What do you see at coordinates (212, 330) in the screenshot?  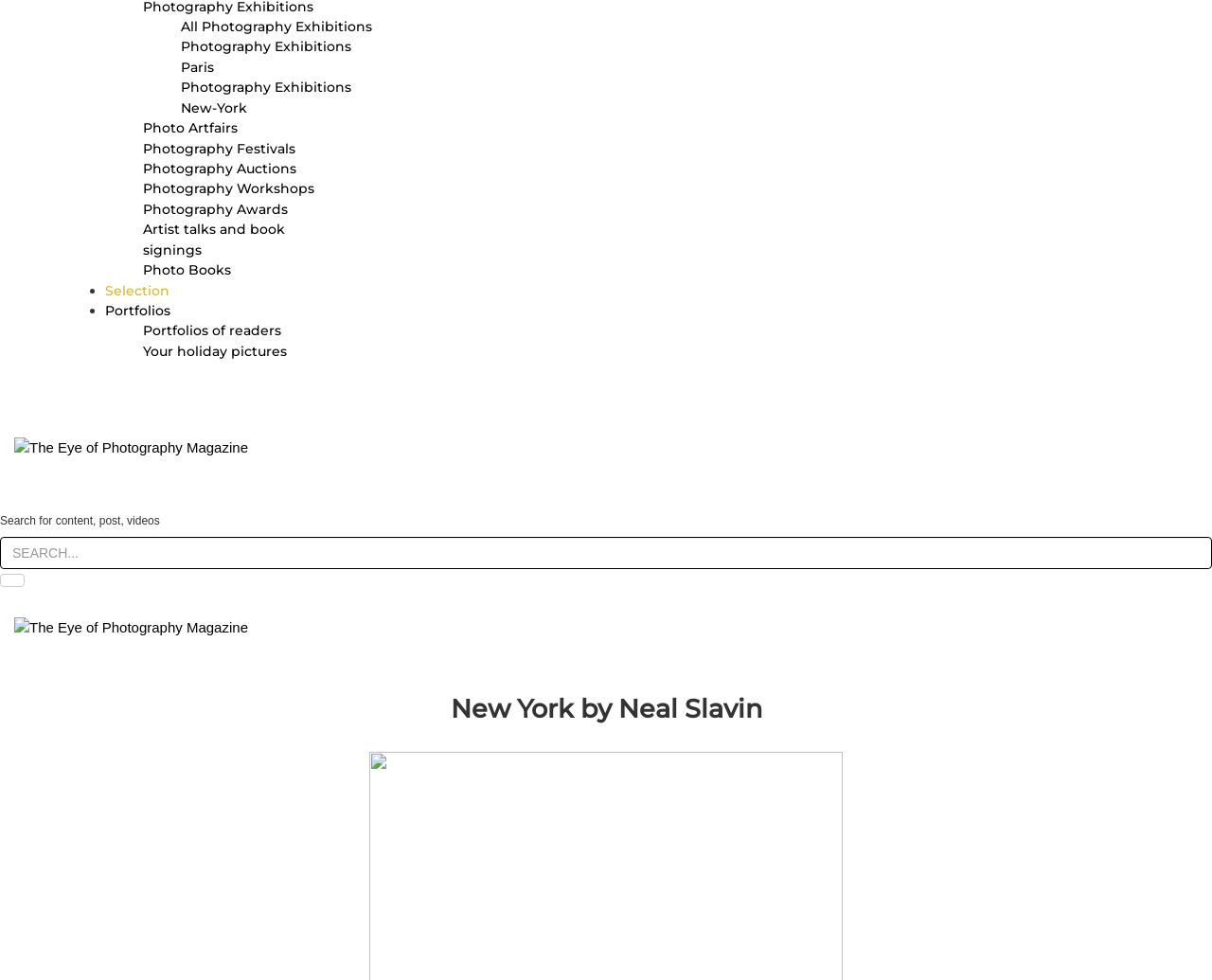 I see `'Portfolios of readers'` at bounding box center [212, 330].